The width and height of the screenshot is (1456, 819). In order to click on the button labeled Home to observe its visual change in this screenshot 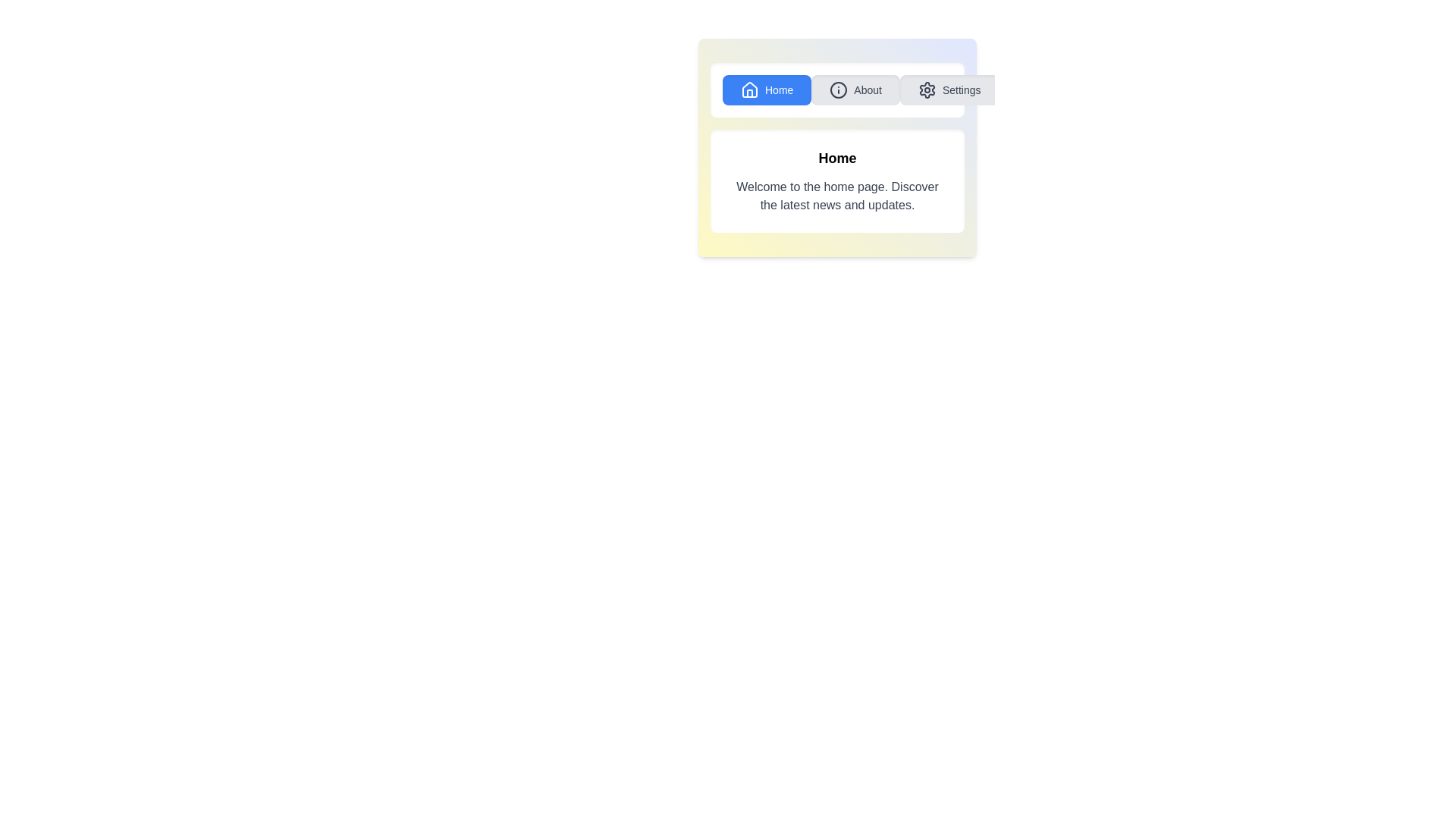, I will do `click(767, 90)`.